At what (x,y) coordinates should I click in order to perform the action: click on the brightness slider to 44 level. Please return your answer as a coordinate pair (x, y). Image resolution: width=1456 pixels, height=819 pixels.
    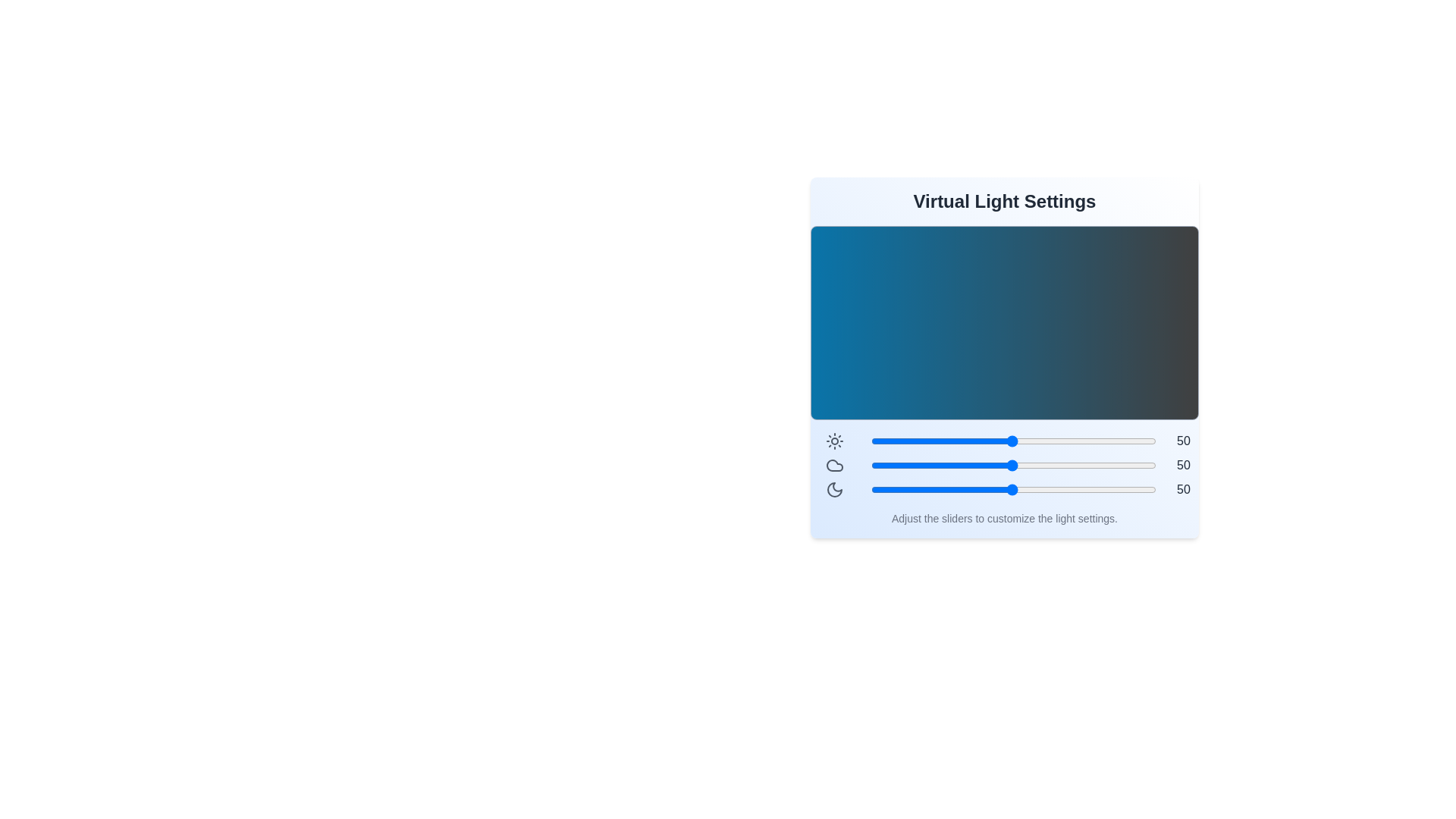
    Looking at the image, I should click on (995, 441).